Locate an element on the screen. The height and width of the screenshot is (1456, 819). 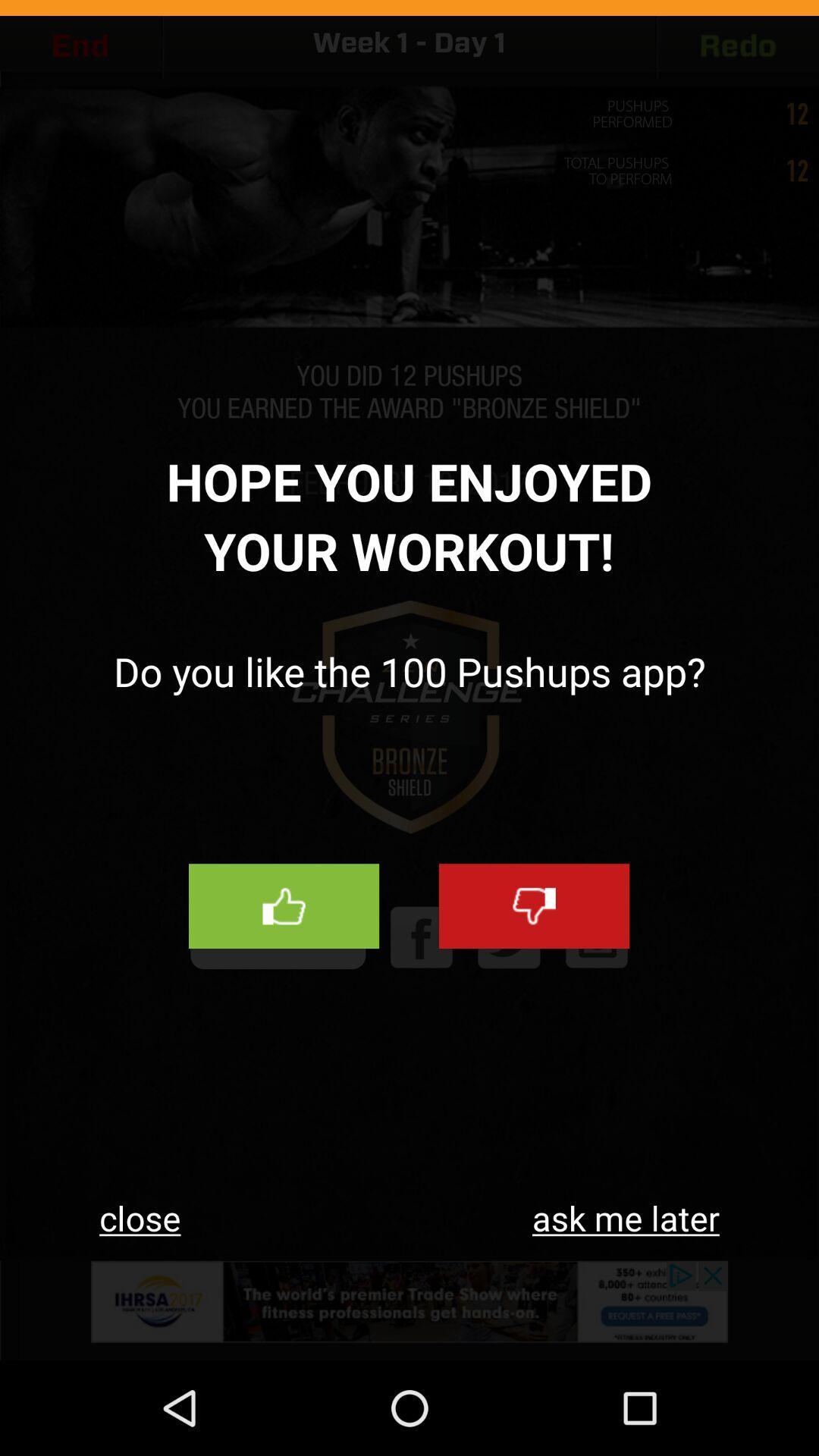
like is located at coordinates (284, 906).